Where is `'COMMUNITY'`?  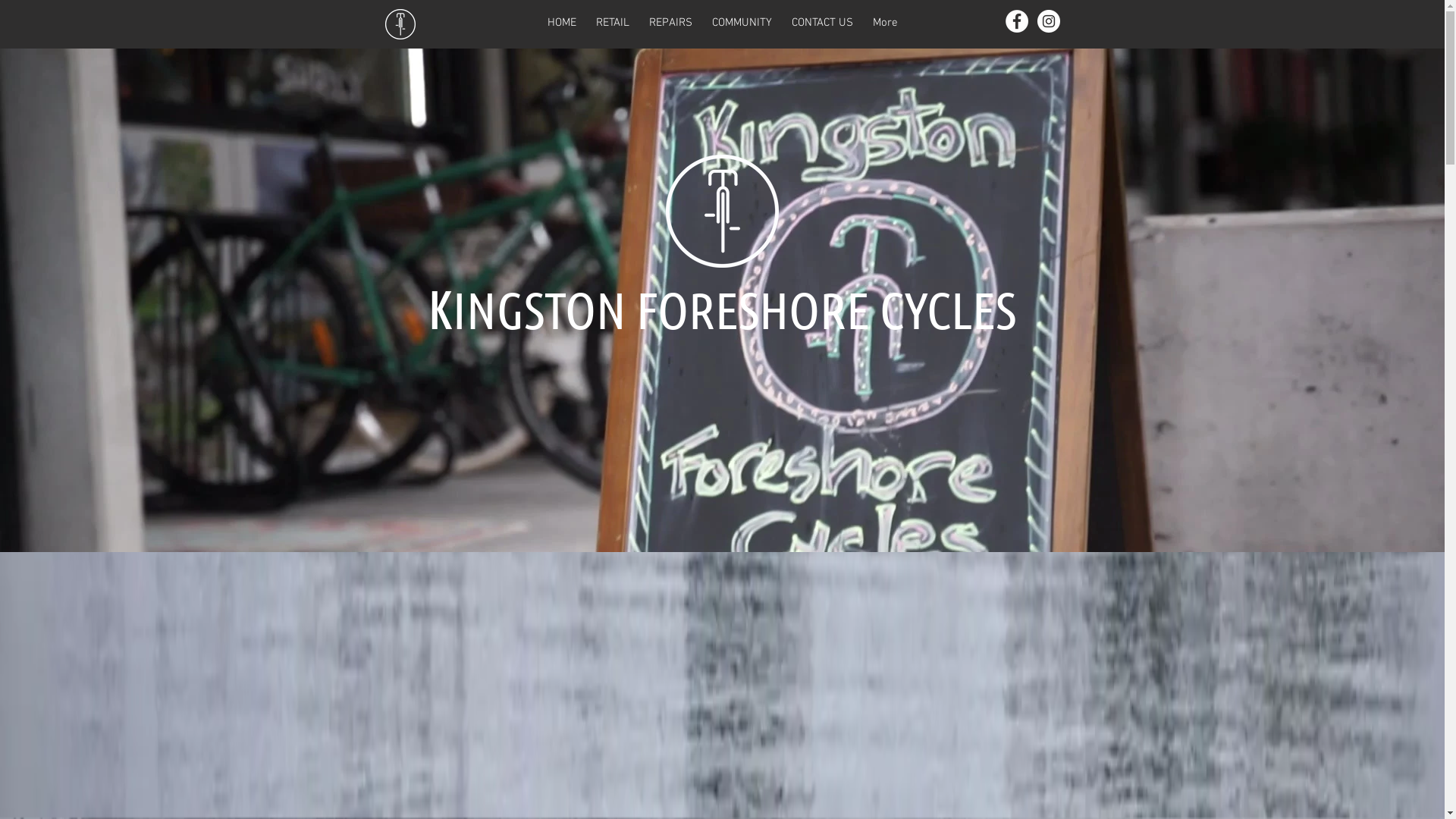 'COMMUNITY' is located at coordinates (742, 24).